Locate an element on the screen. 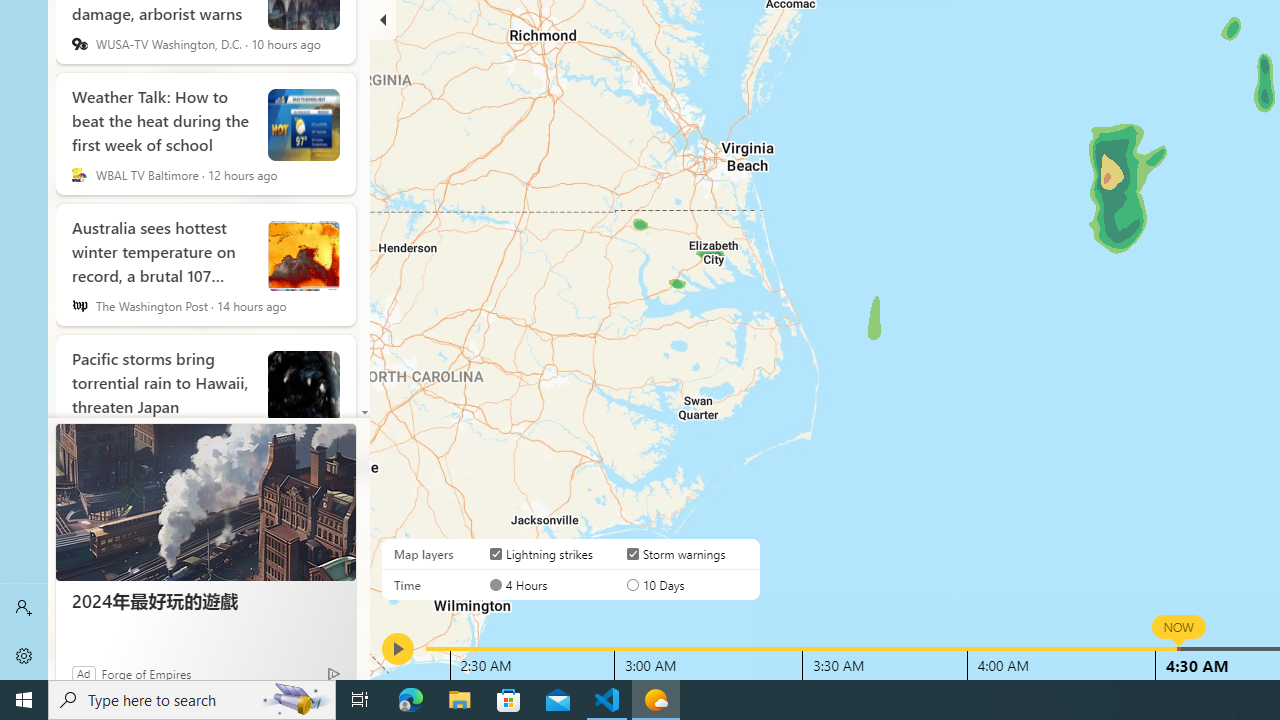  'Settings' is located at coordinates (24, 655).